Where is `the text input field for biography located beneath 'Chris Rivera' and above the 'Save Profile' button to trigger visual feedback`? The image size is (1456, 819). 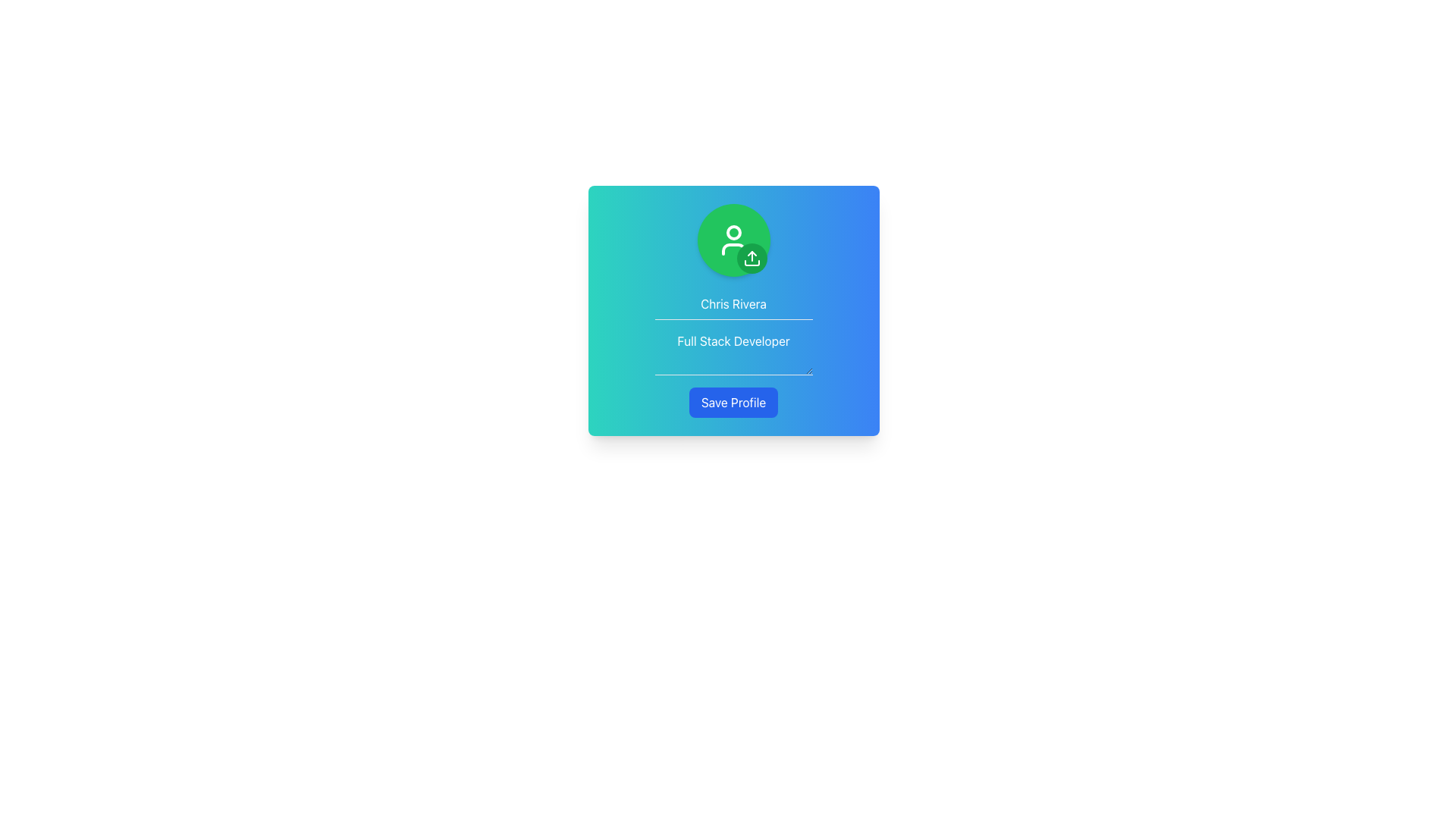 the text input field for biography located beneath 'Chris Rivera' and above the 'Save Profile' button to trigger visual feedback is located at coordinates (733, 350).